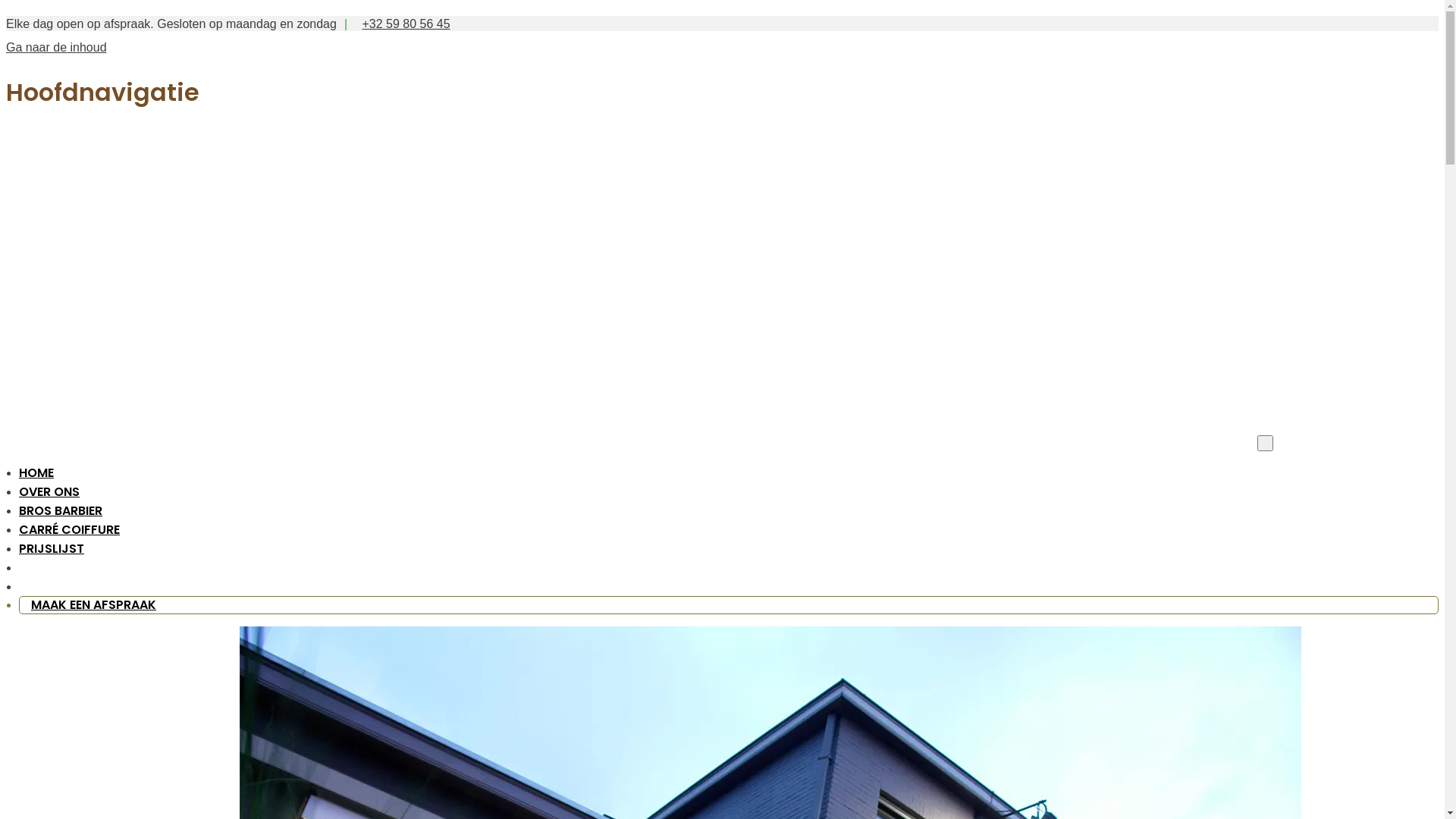 Image resolution: width=1456 pixels, height=819 pixels. What do you see at coordinates (6, 46) in the screenshot?
I see `'Ga naar de inhoud'` at bounding box center [6, 46].